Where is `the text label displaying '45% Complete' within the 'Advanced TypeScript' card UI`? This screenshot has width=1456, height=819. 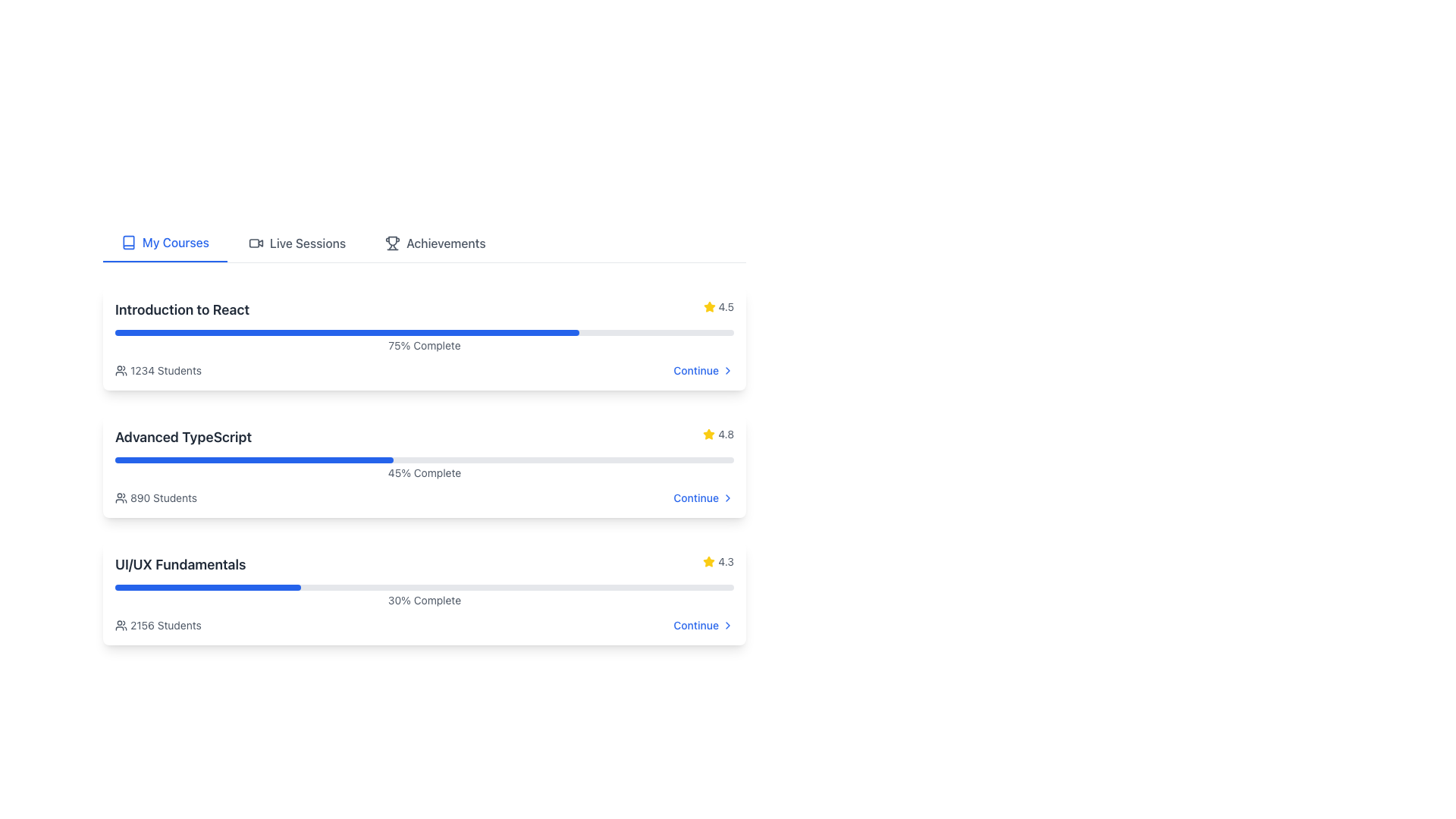 the text label displaying '45% Complete' within the 'Advanced TypeScript' card UI is located at coordinates (425, 468).